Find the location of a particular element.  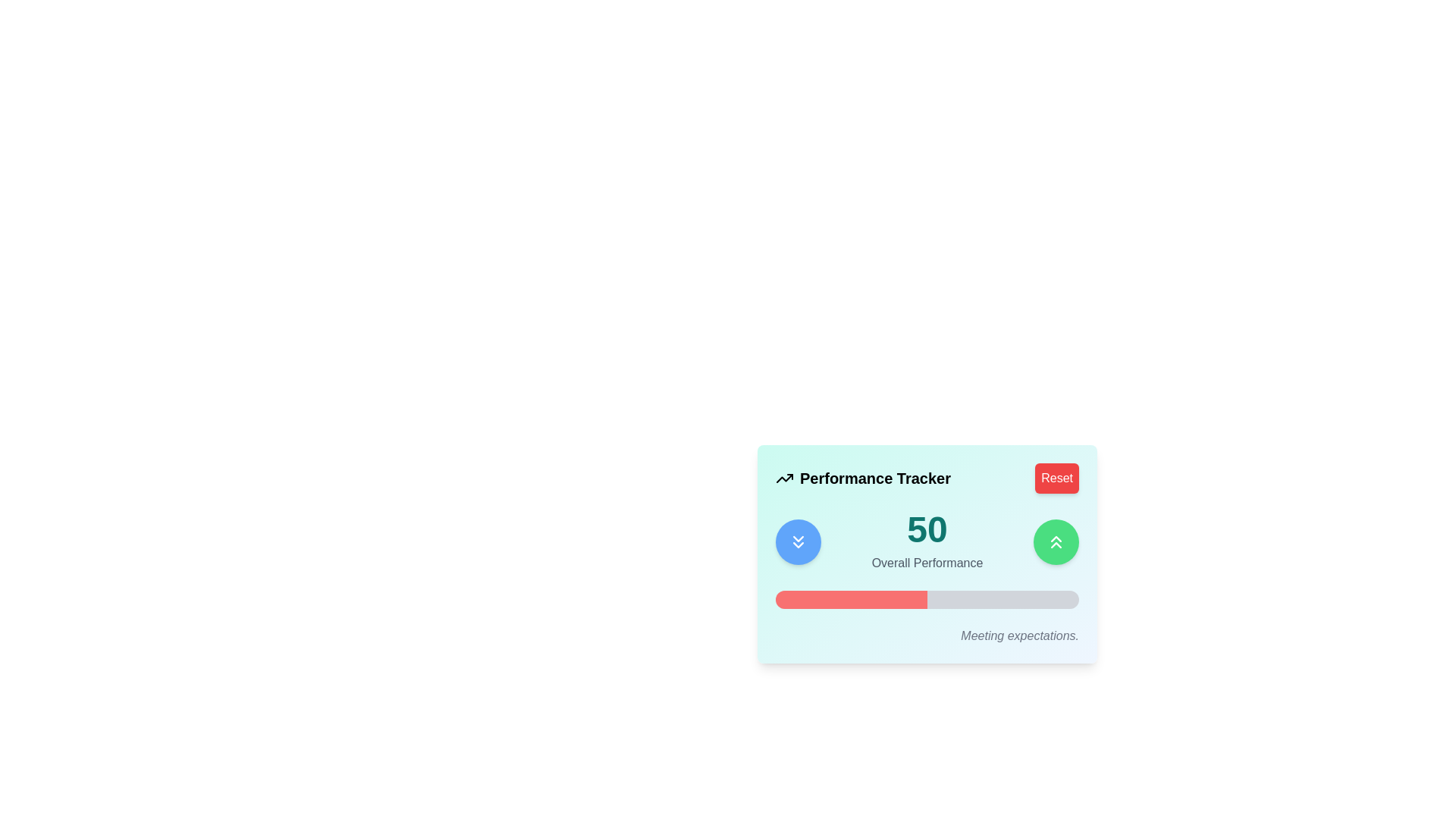

the downward action SVG icon located within the blue circular button adjacent to the 'Performance Tracker' card is located at coordinates (797, 541).